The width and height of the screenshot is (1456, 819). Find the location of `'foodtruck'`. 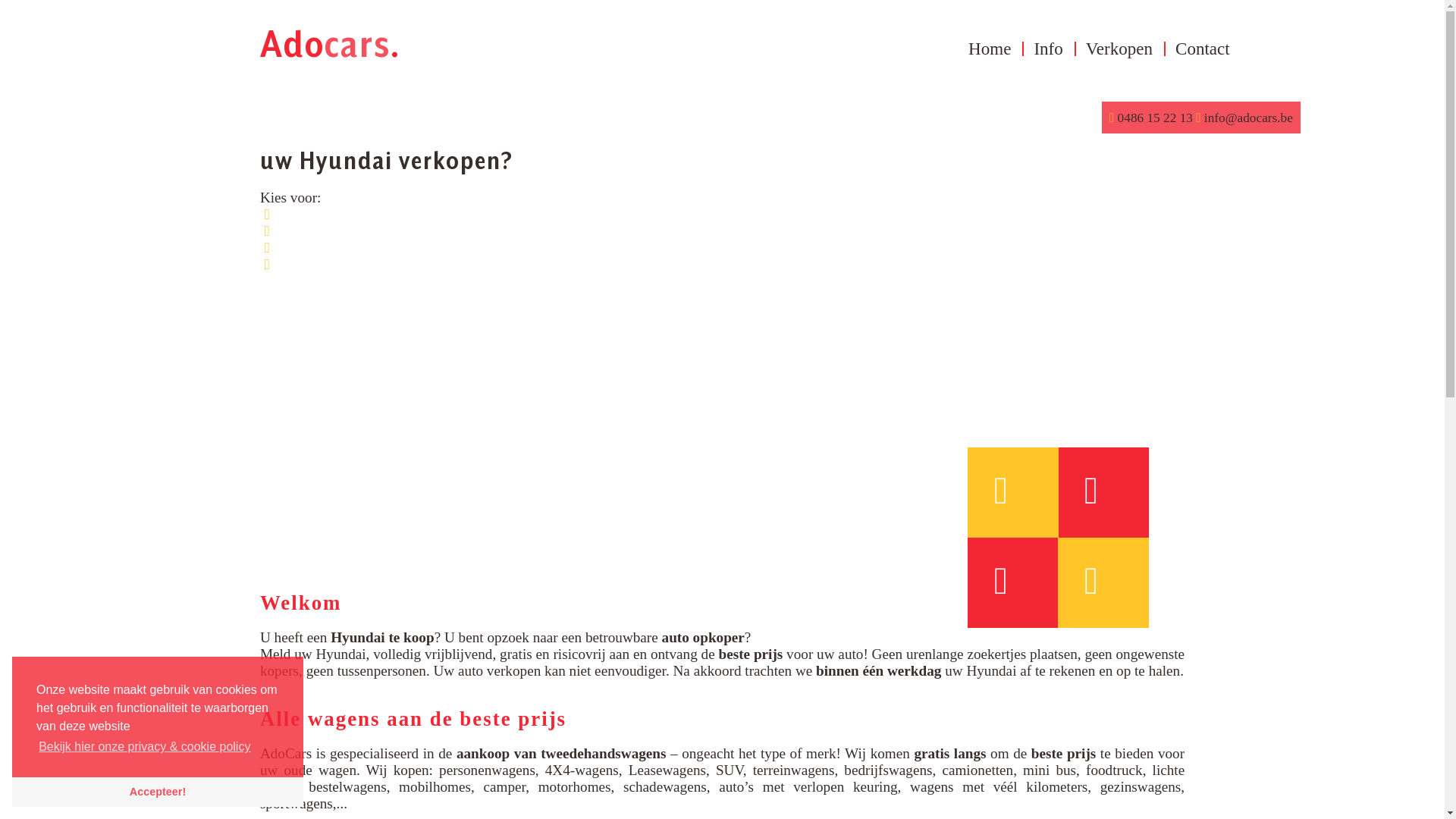

'foodtruck' is located at coordinates (1084, 770).